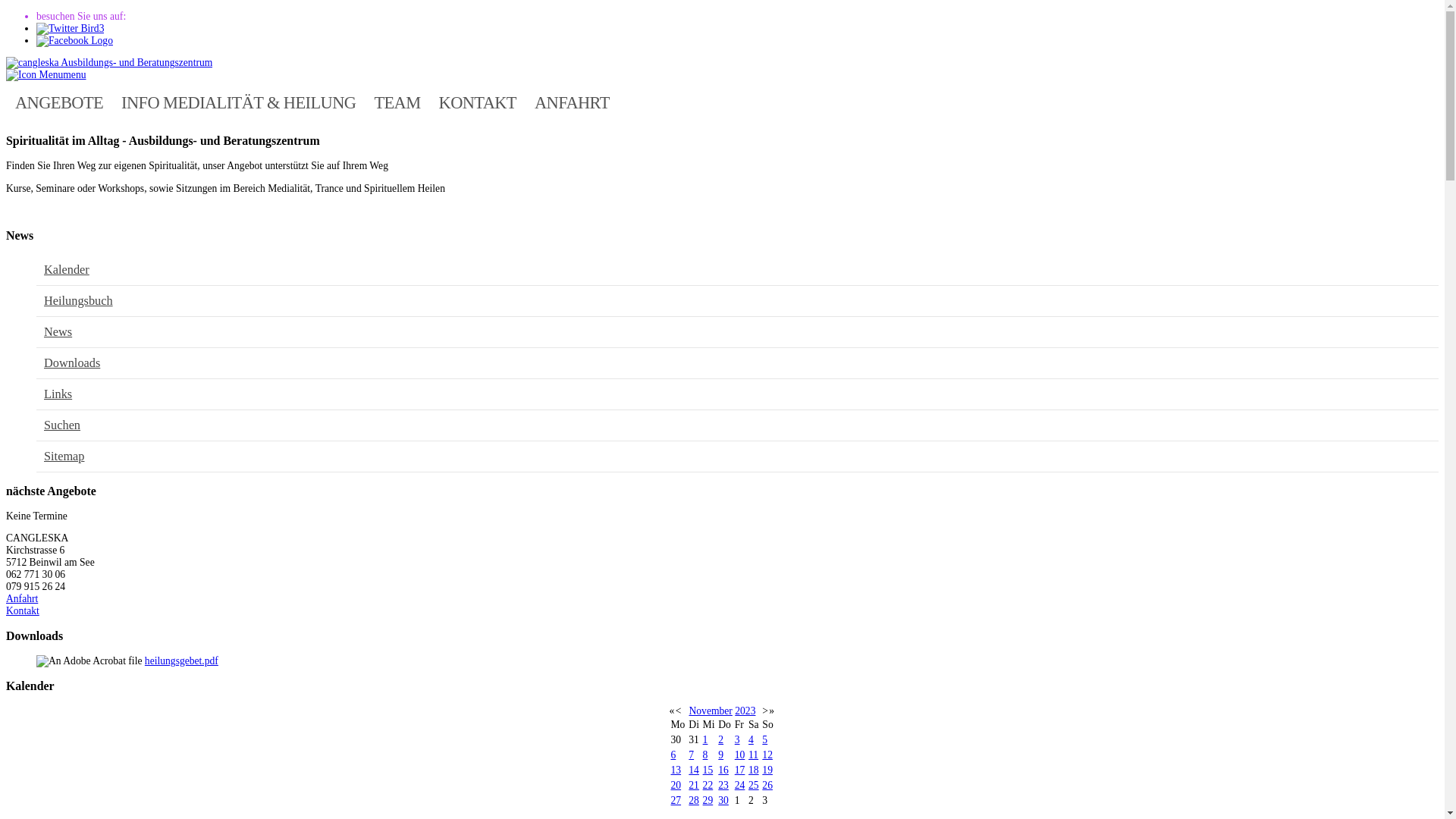  What do you see at coordinates (69, 28) in the screenshot?
I see `'Twitter'` at bounding box center [69, 28].